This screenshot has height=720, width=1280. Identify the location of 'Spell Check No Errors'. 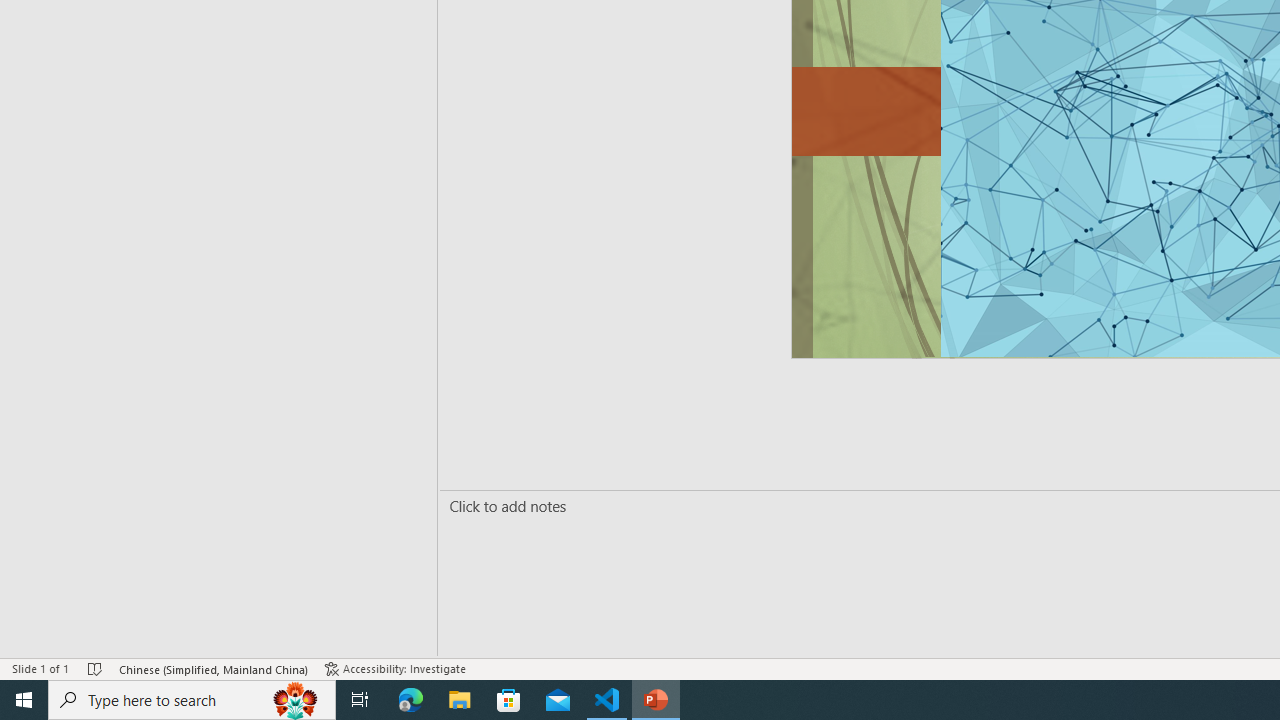
(95, 669).